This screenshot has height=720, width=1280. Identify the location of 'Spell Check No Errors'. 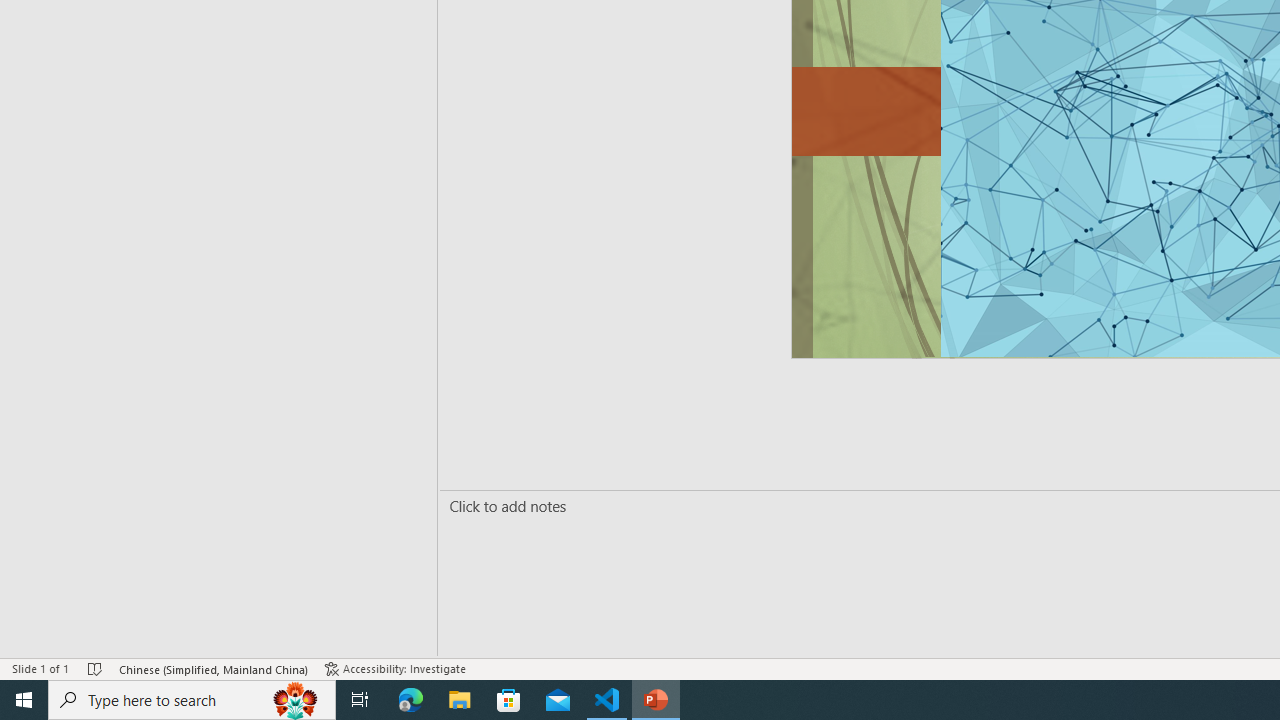
(95, 669).